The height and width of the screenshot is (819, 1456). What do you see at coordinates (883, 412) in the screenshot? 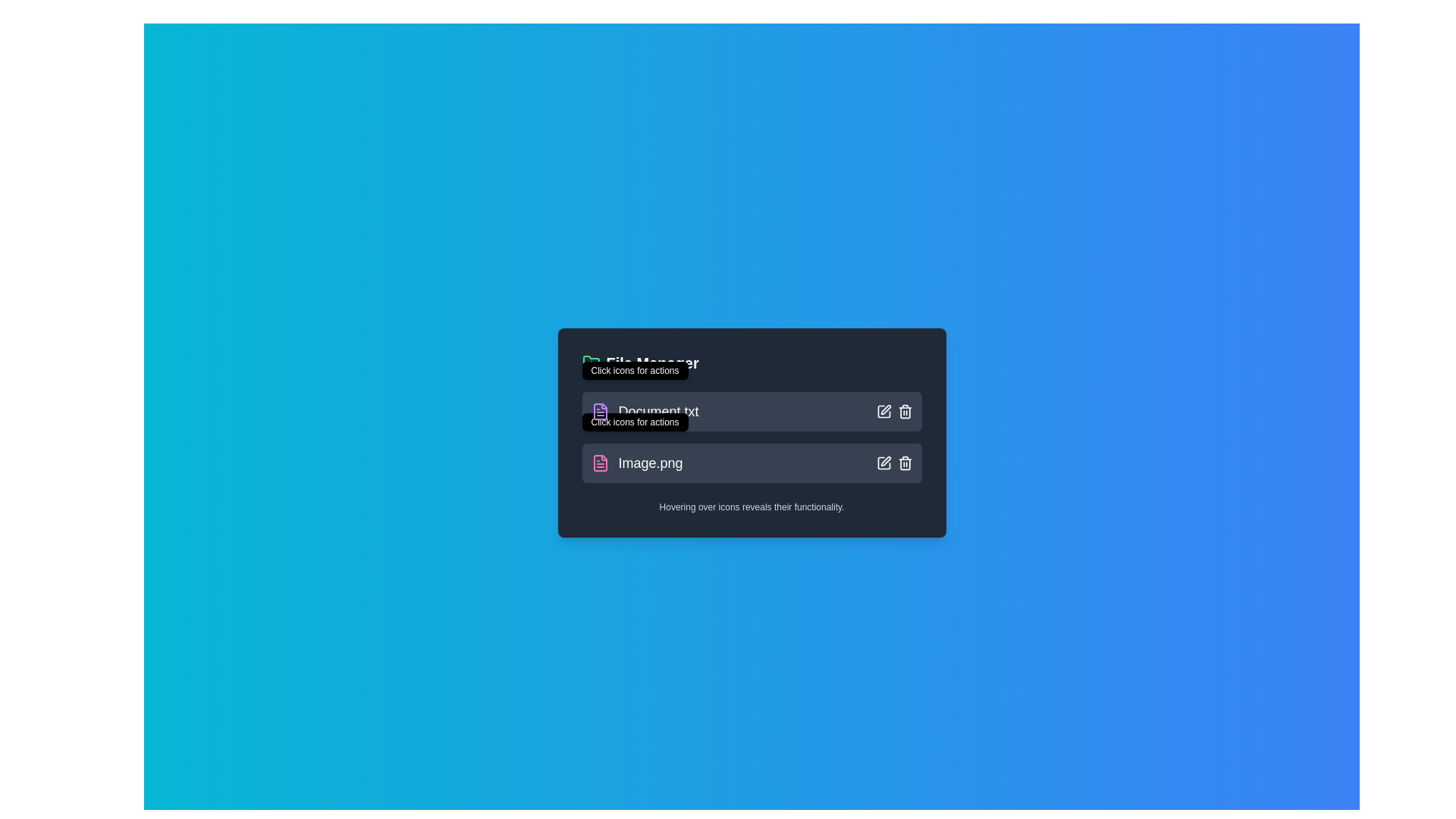
I see `the 'edit' button located at the right side of the file entry row, which is the first icon in the horizontal stack and changes to a green color effect when hovered` at bounding box center [883, 412].